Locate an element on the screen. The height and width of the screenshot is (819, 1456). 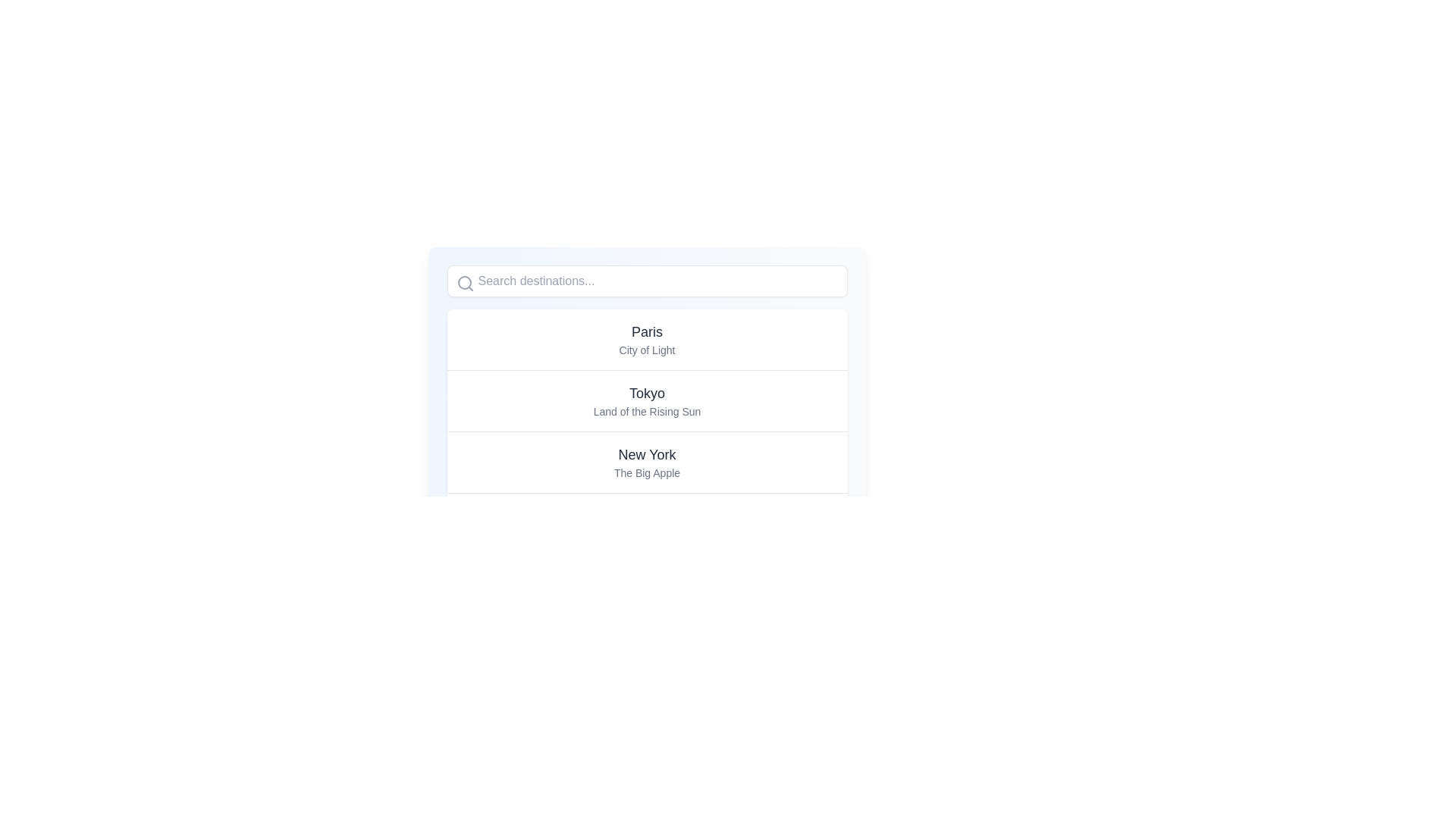
text label that identifies the location 'Tokyo', which is the primary label for a list item and visually focuses on this entry is located at coordinates (647, 393).